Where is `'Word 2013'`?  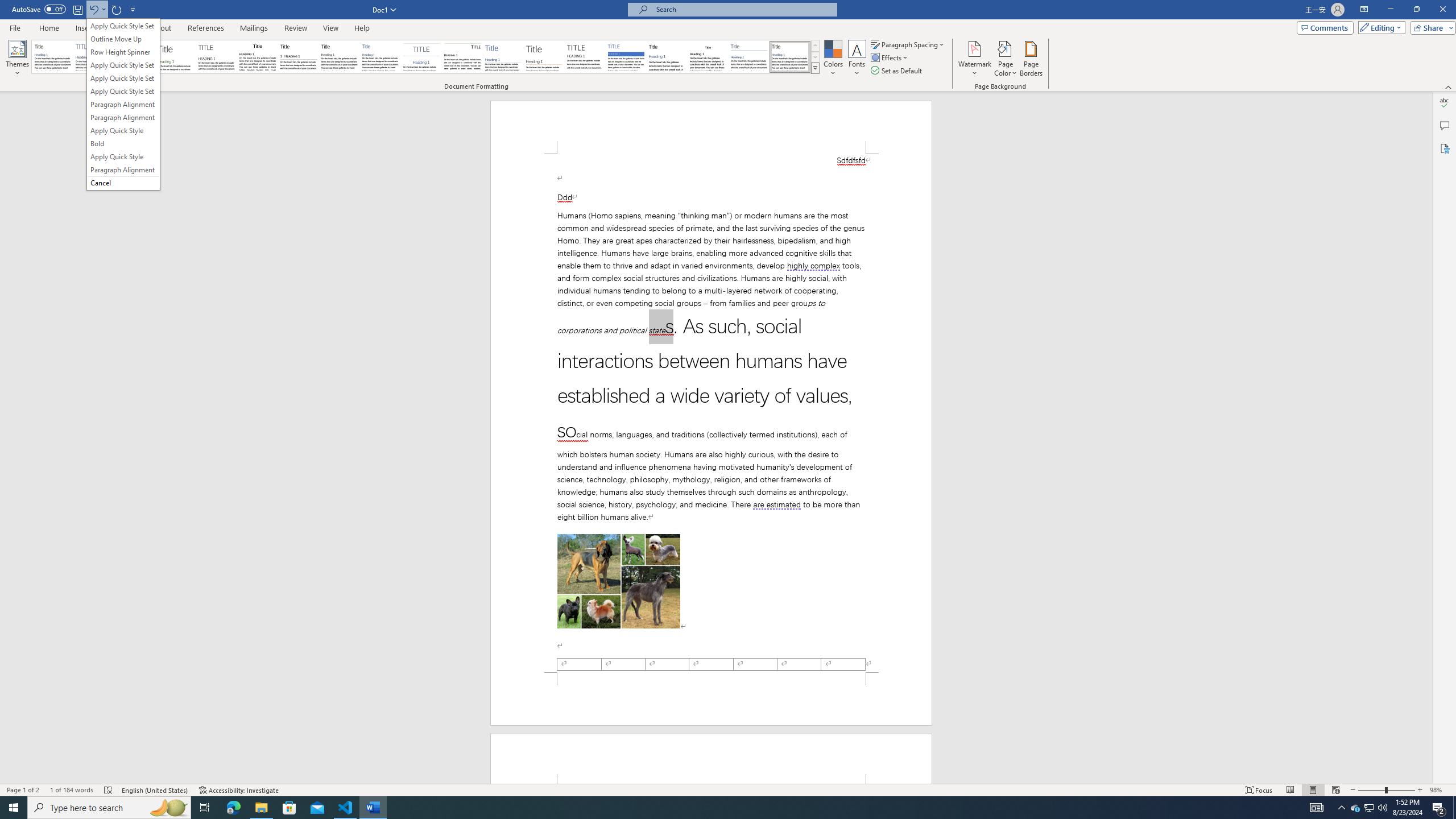
'Word 2013' is located at coordinates (791, 56).